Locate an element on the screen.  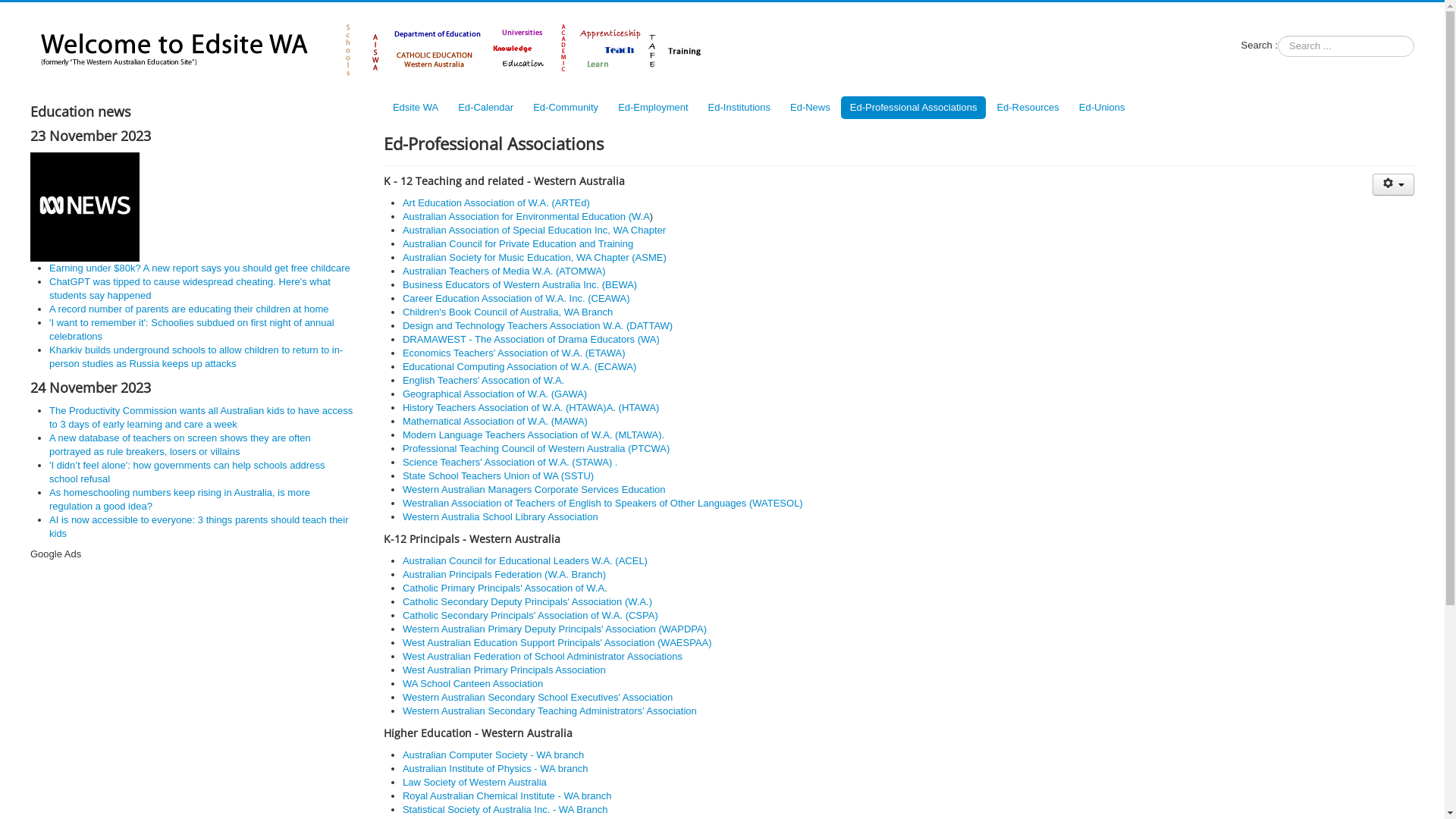
'Edsite WA' is located at coordinates (415, 107).